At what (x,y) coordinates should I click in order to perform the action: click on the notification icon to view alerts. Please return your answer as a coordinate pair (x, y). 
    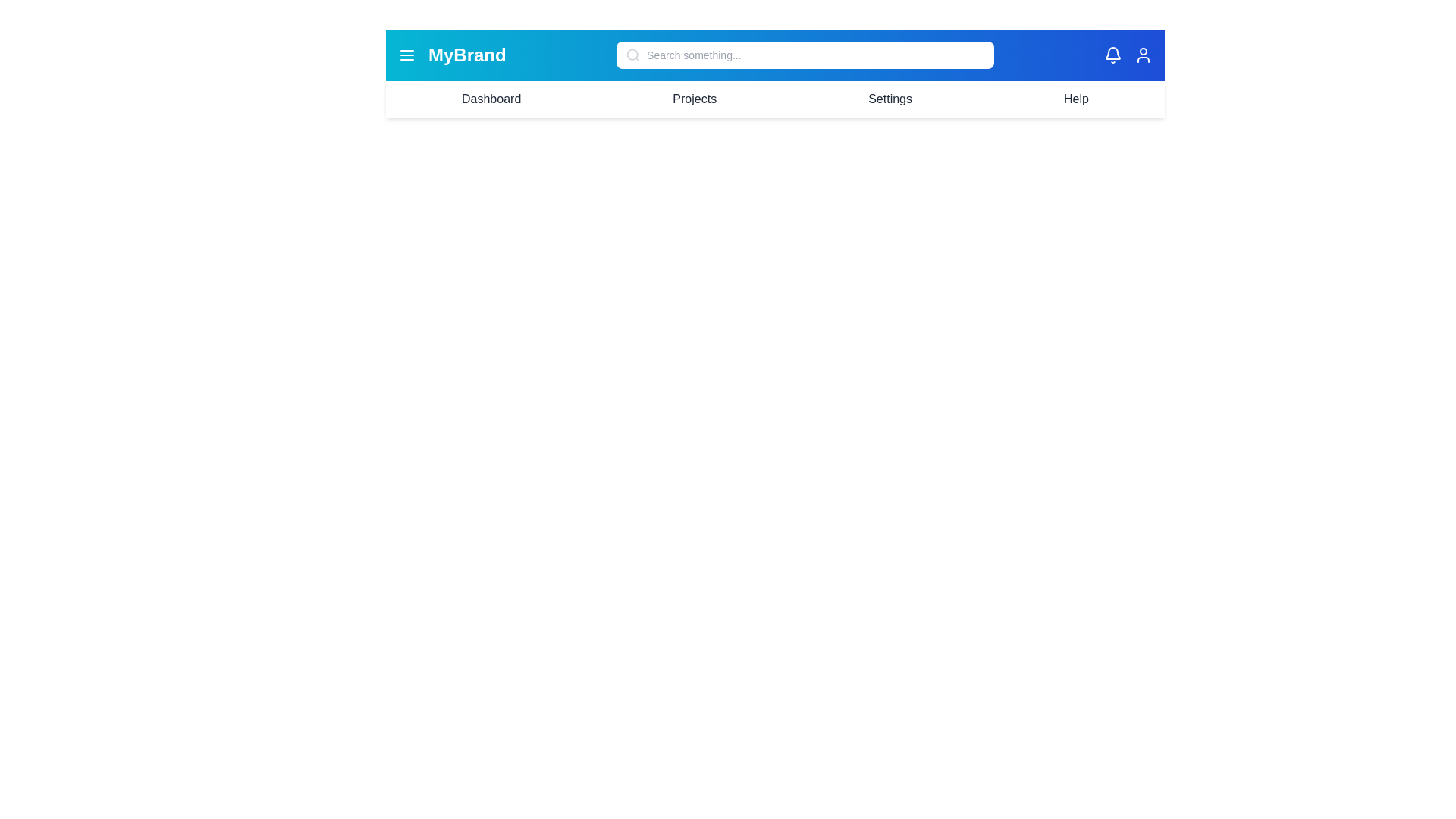
    Looking at the image, I should click on (1113, 55).